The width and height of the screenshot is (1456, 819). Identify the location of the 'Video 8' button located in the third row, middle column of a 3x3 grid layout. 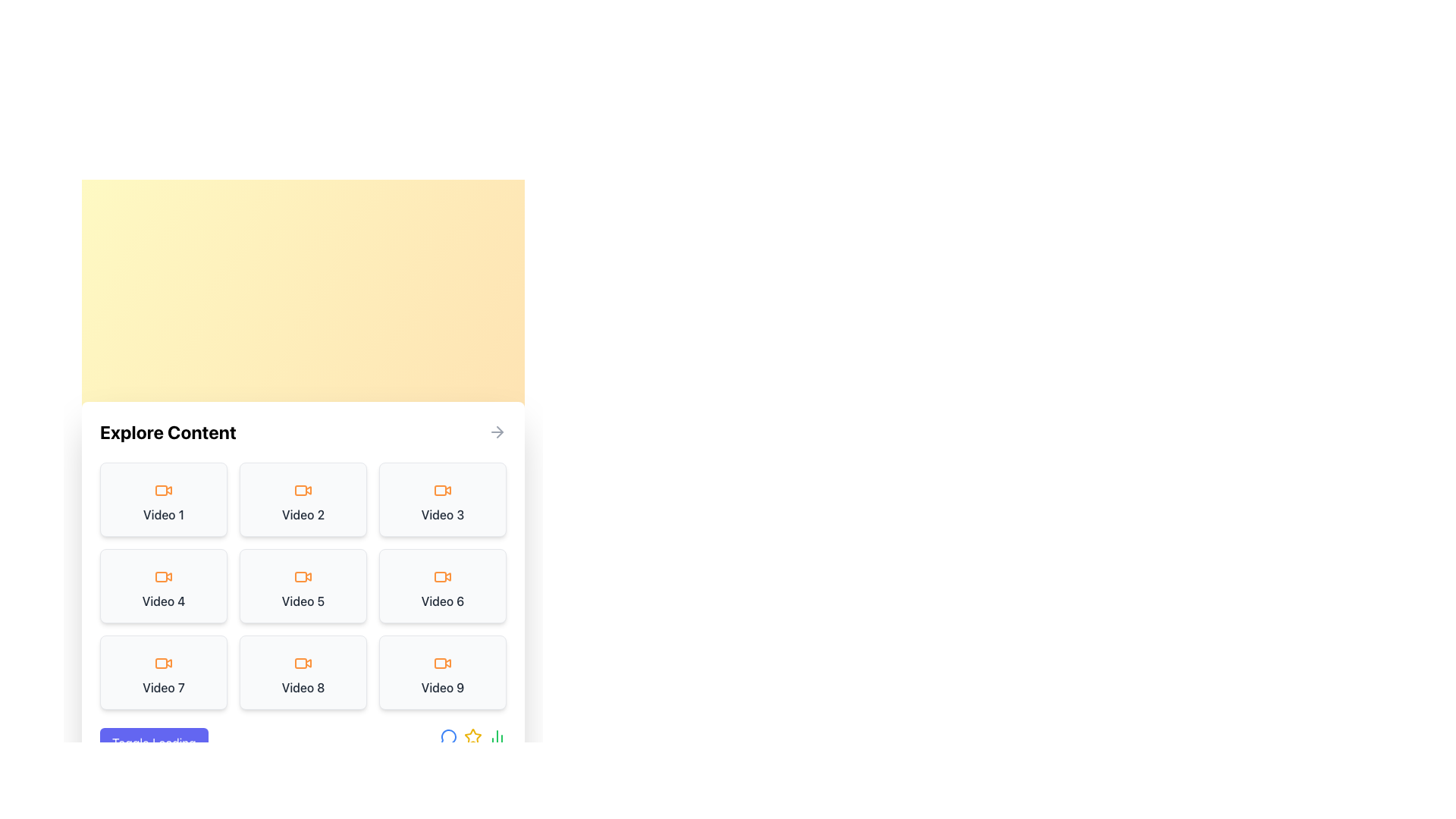
(303, 672).